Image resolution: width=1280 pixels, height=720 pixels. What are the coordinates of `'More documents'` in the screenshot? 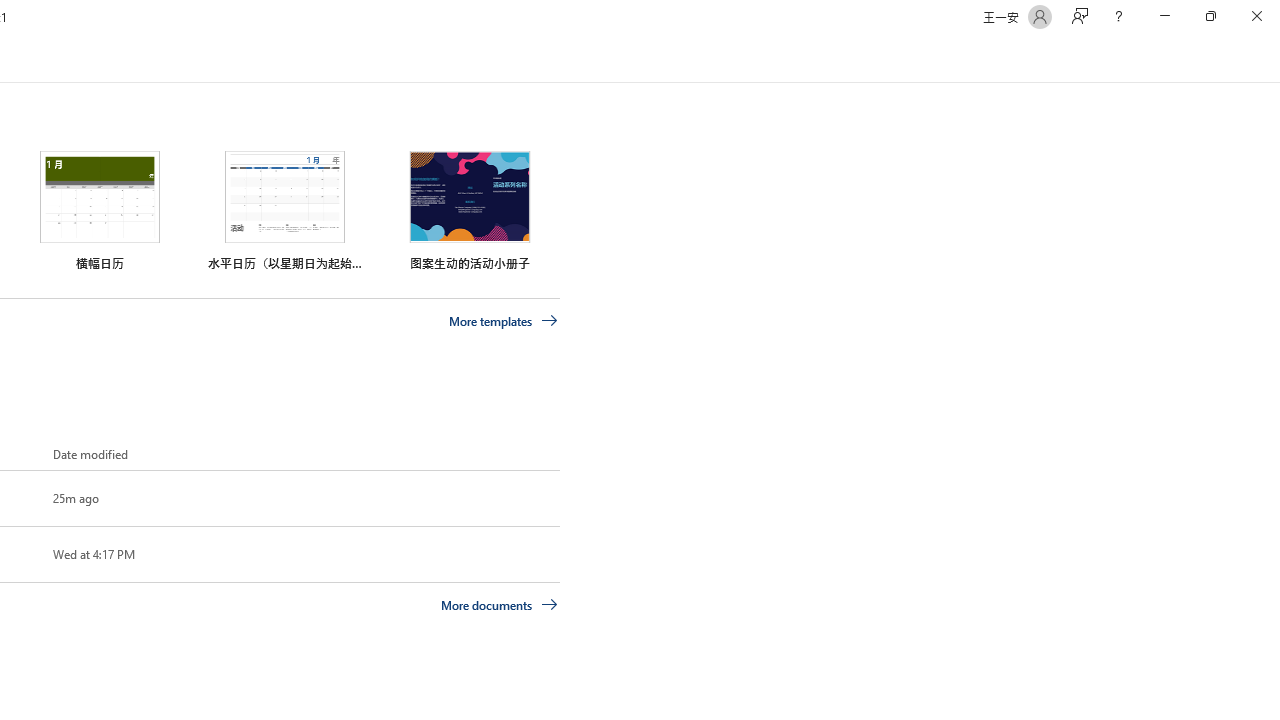 It's located at (499, 603).